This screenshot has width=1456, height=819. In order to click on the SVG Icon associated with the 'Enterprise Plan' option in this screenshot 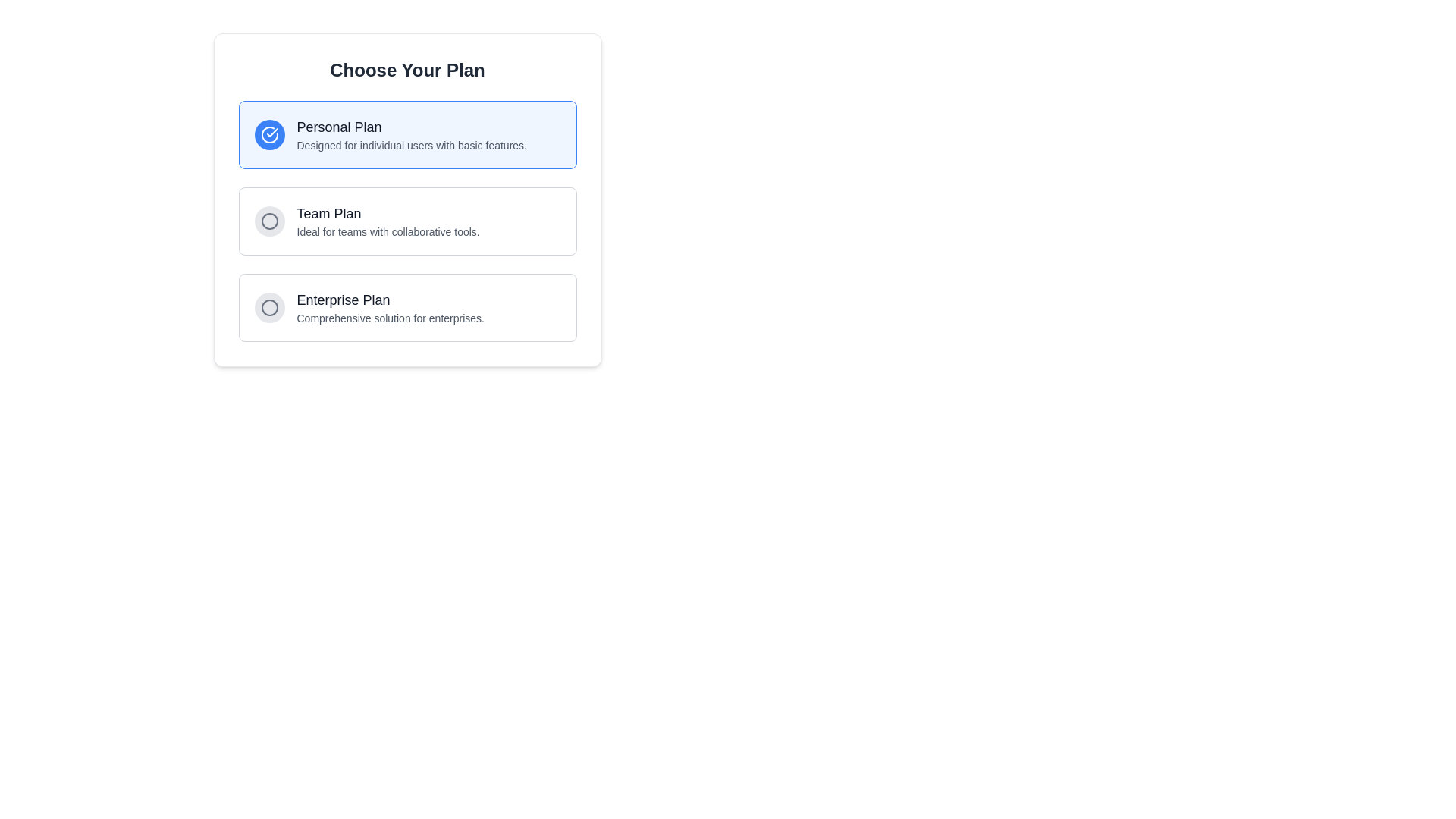, I will do `click(269, 307)`.